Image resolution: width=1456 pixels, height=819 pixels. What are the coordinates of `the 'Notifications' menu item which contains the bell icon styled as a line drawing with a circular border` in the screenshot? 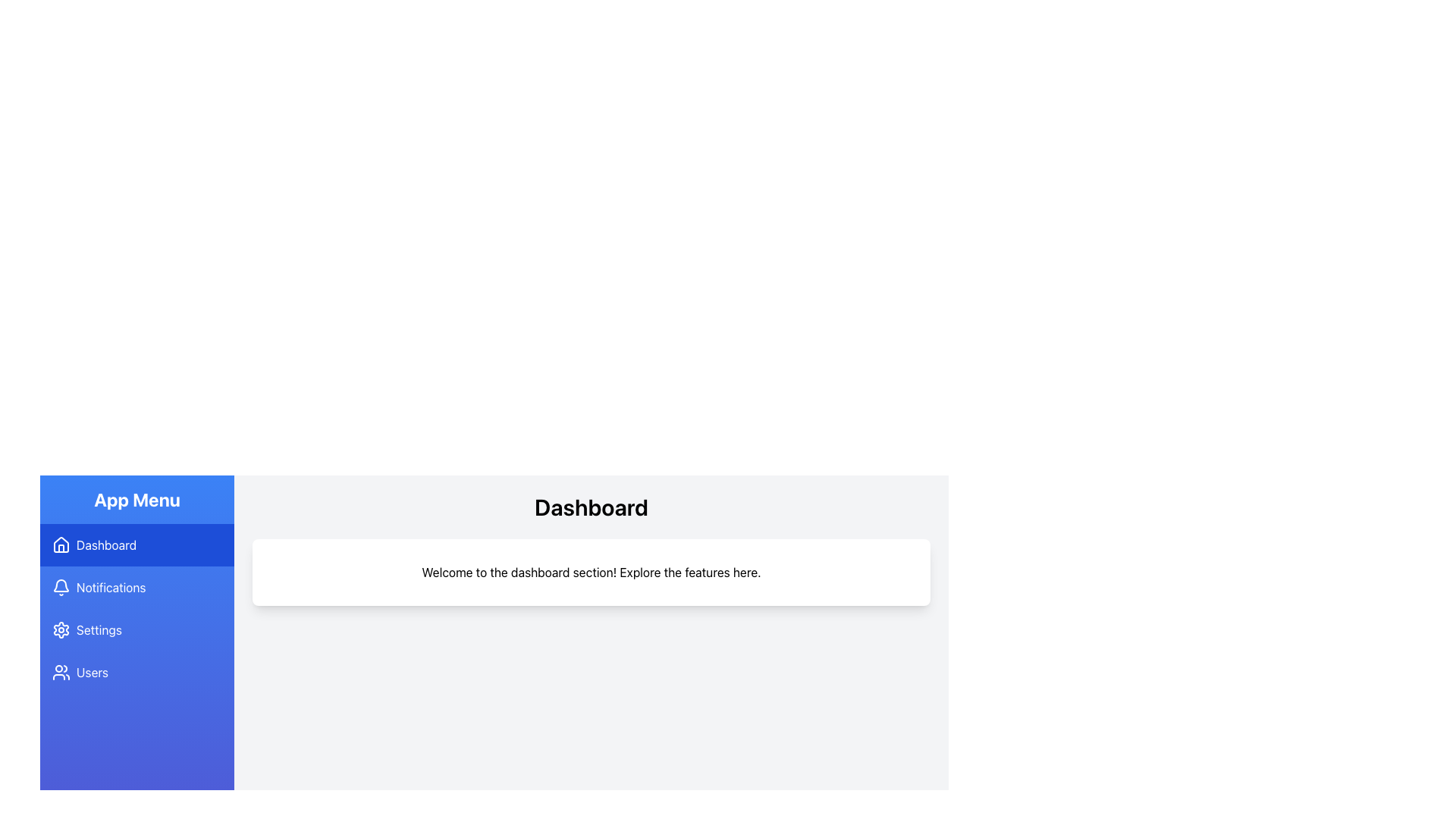 It's located at (61, 587).